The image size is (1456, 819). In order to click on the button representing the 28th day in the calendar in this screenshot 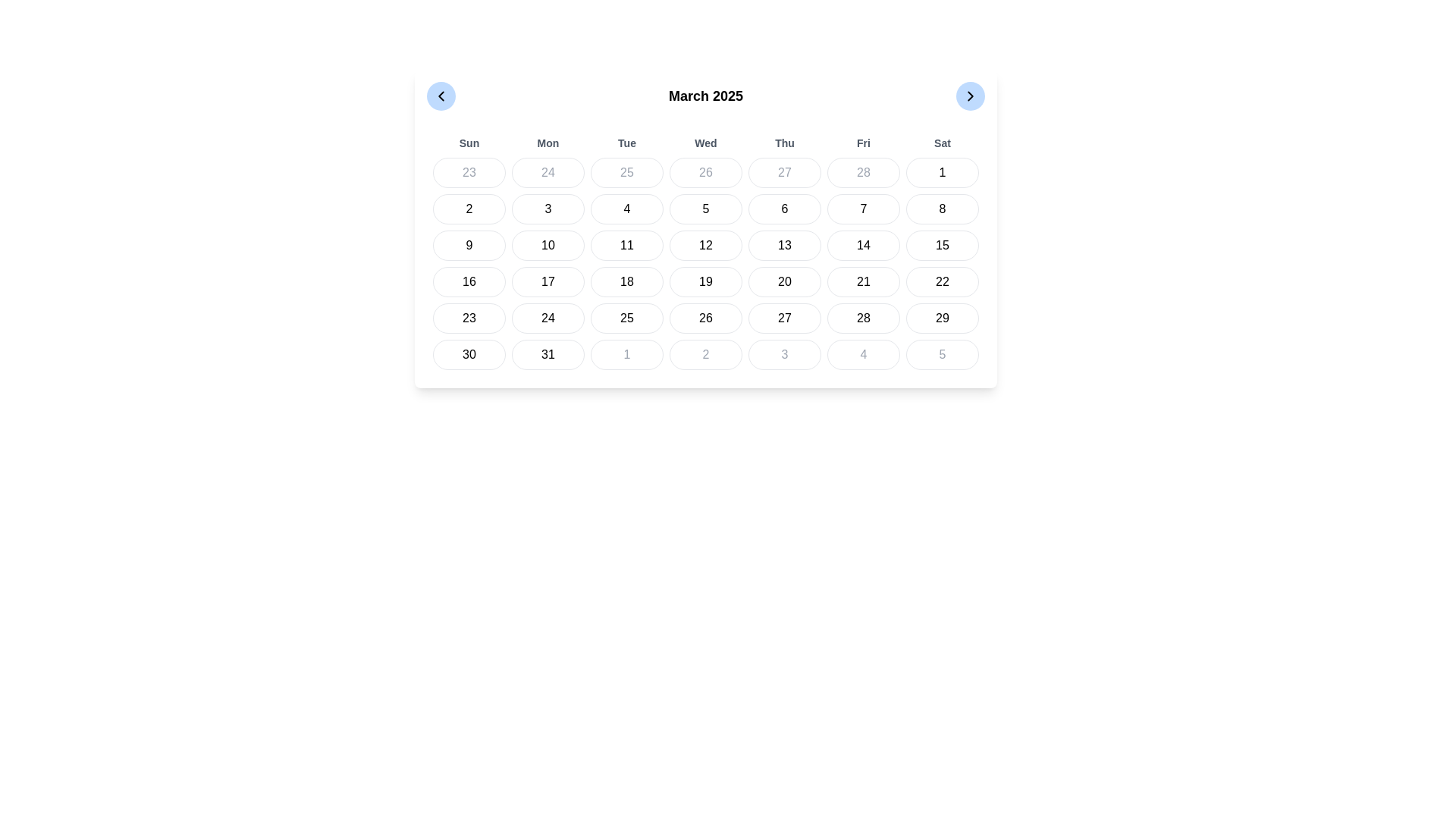, I will do `click(863, 318)`.